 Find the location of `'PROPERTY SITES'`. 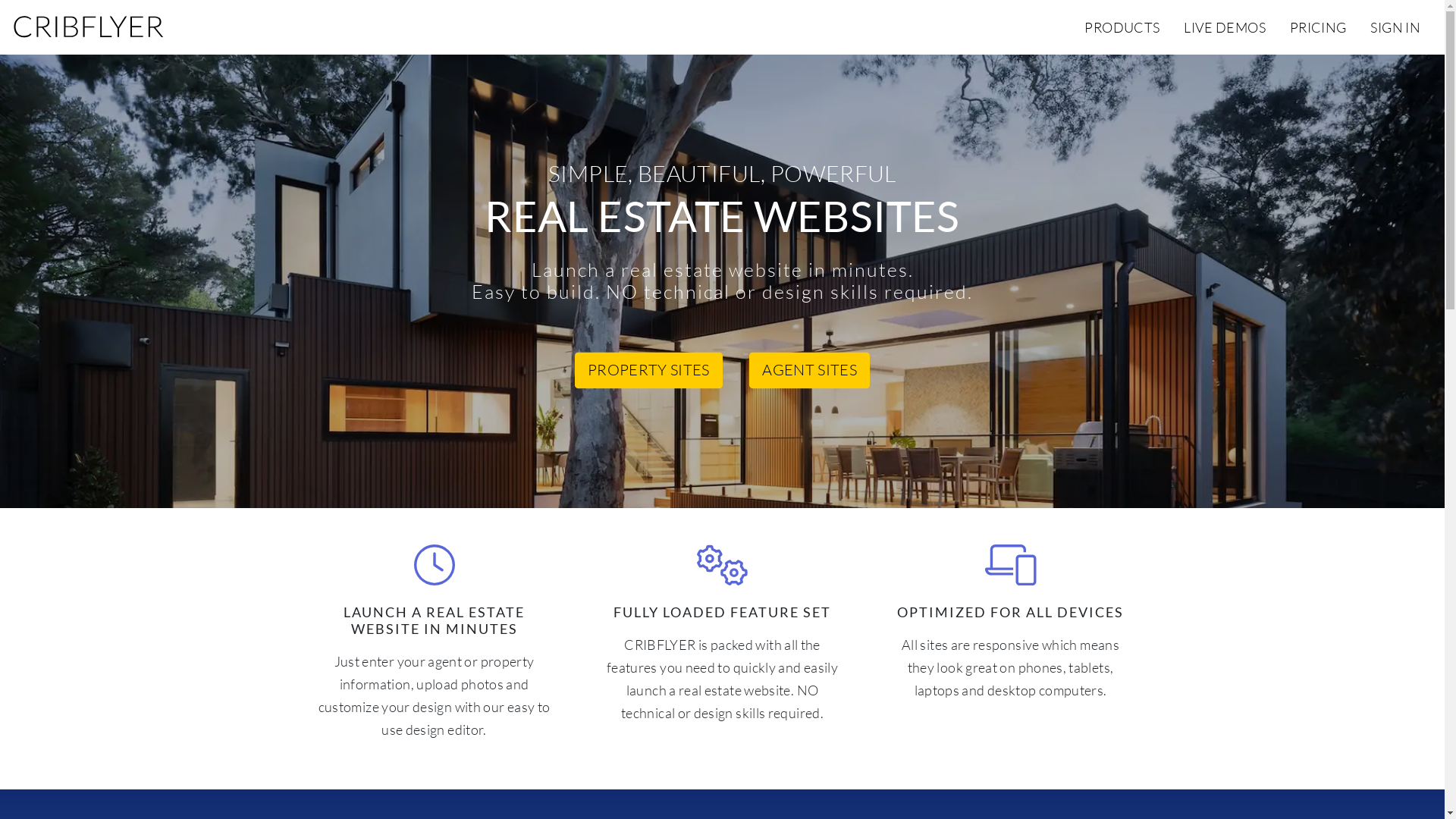

'PROPERTY SITES' is located at coordinates (648, 371).